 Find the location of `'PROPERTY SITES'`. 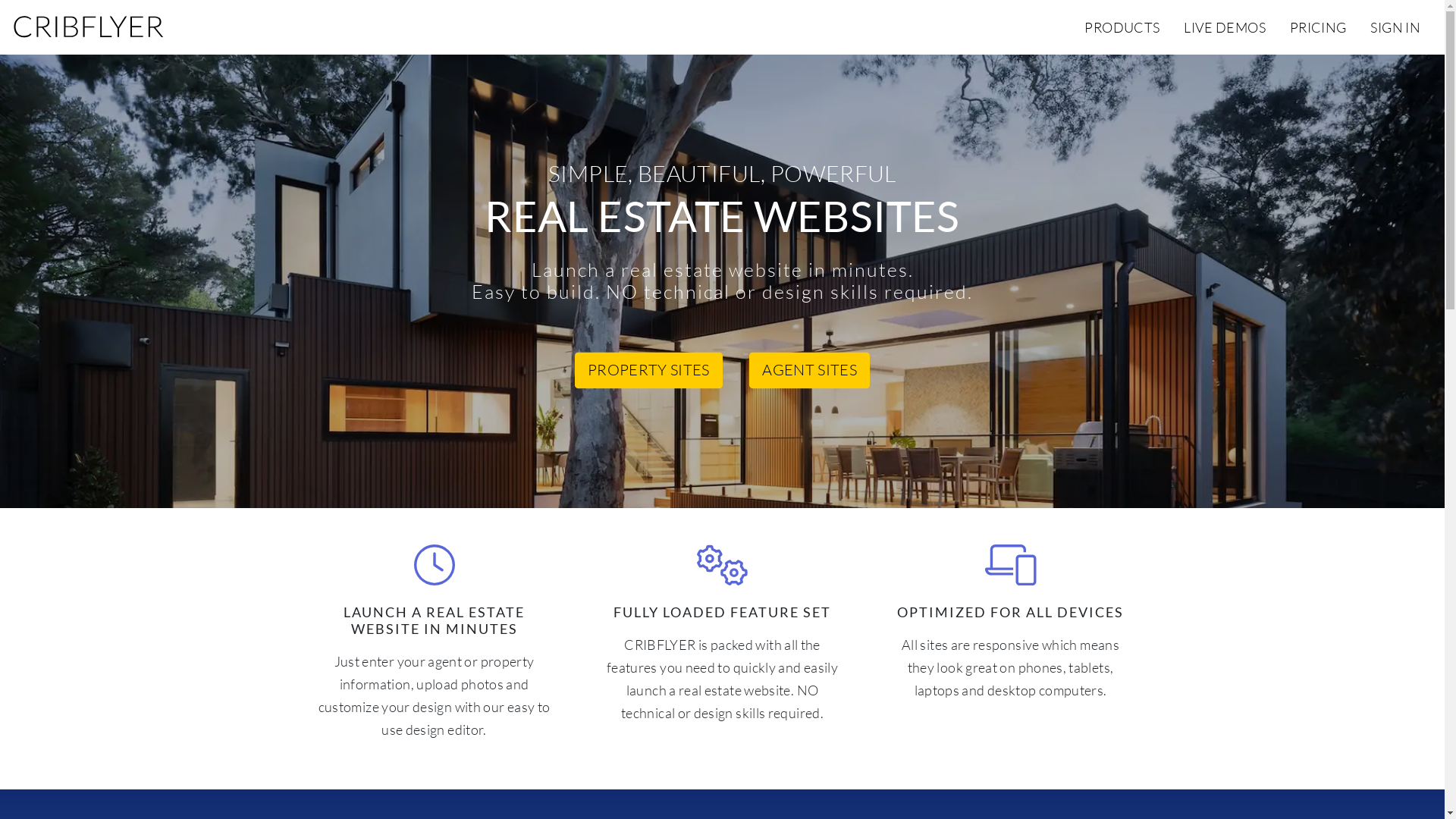

'PROPERTY SITES' is located at coordinates (648, 371).